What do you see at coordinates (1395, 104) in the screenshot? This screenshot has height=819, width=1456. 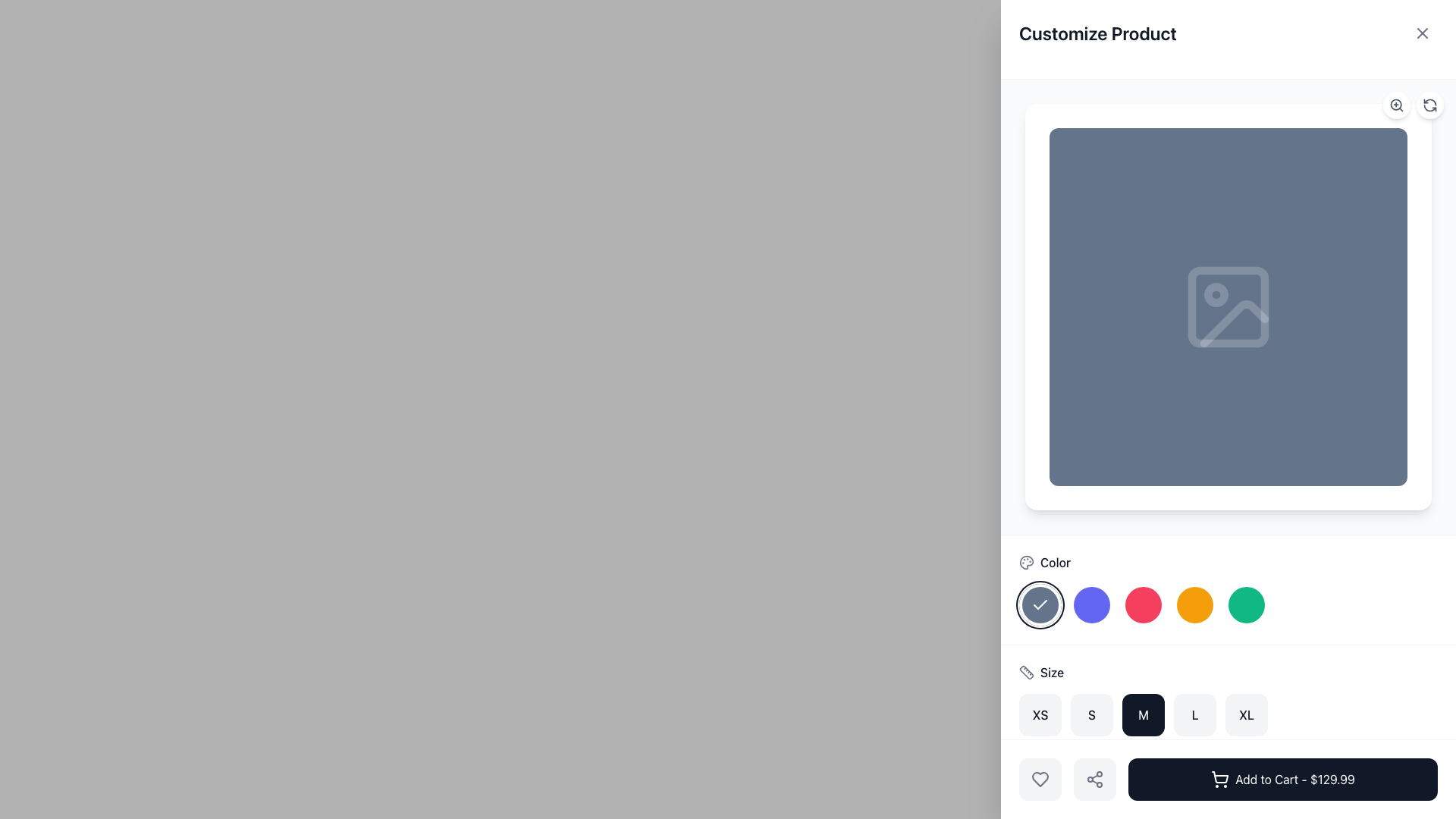 I see `the central circular component of the magnifying glass icon located on the top-right of the customization interface` at bounding box center [1395, 104].